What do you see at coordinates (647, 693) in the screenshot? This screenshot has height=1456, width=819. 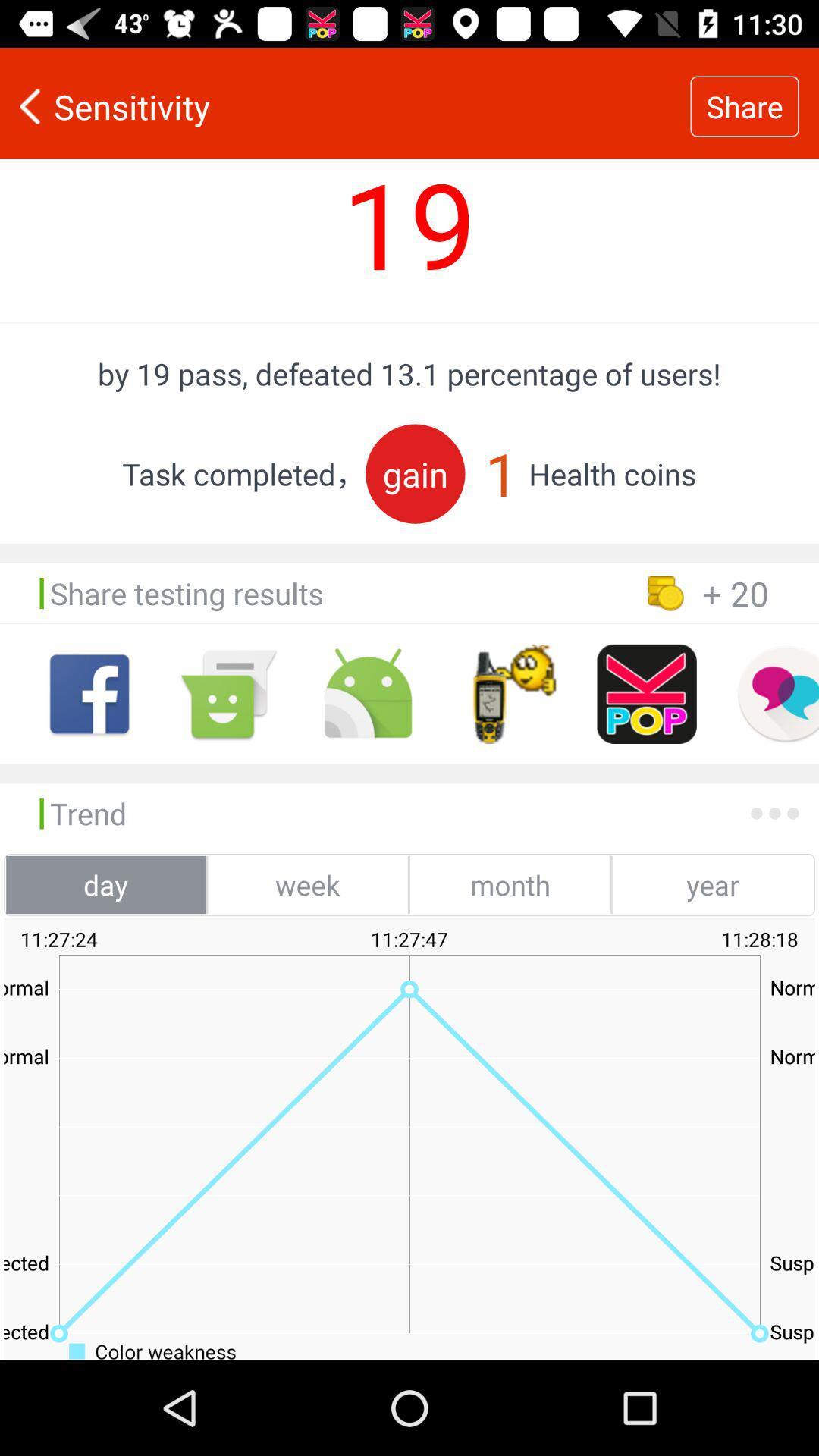 I see `share testing result on platform` at bounding box center [647, 693].